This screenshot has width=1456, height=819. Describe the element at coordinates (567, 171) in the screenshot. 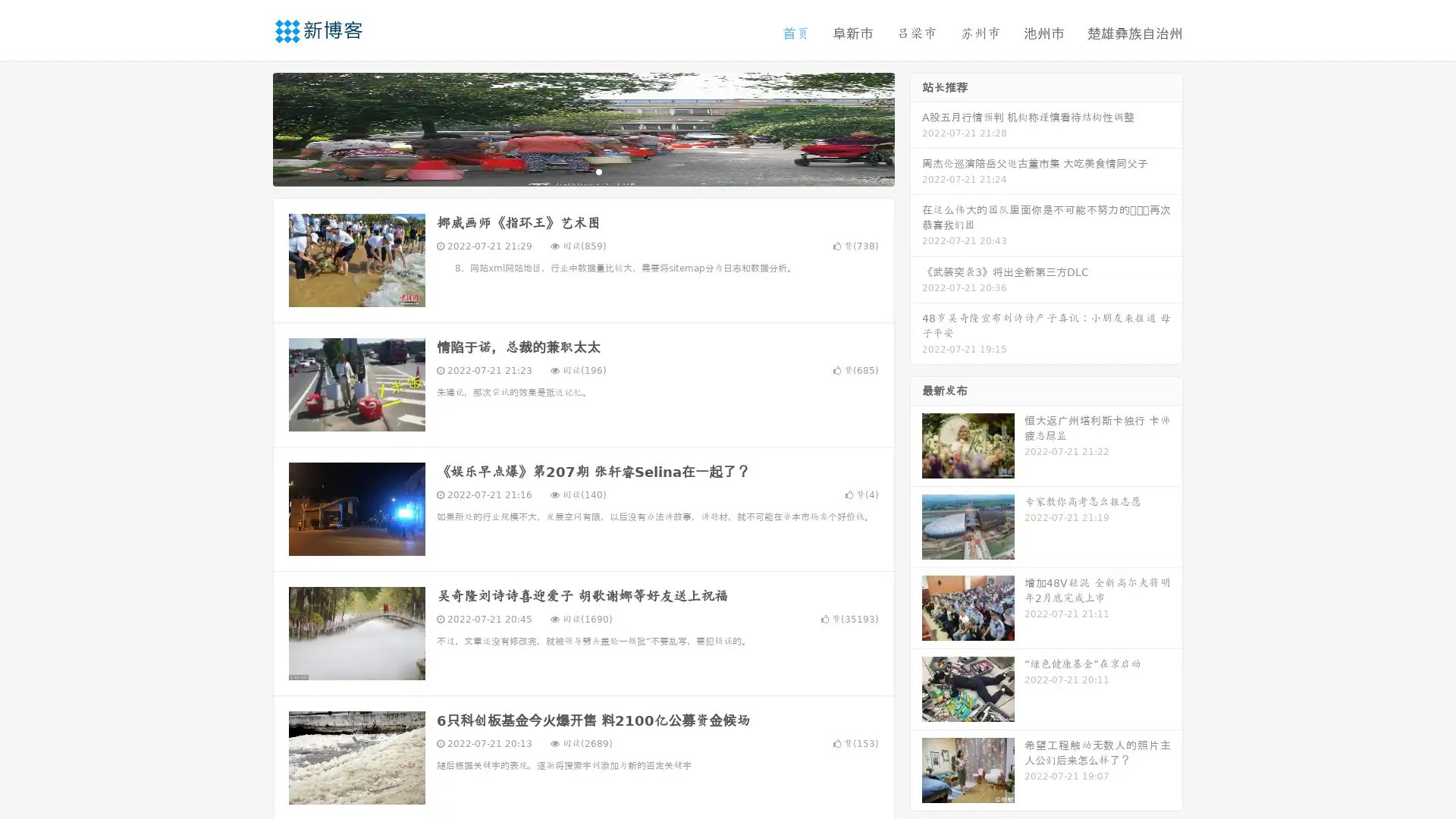

I see `Go to slide 1` at that location.